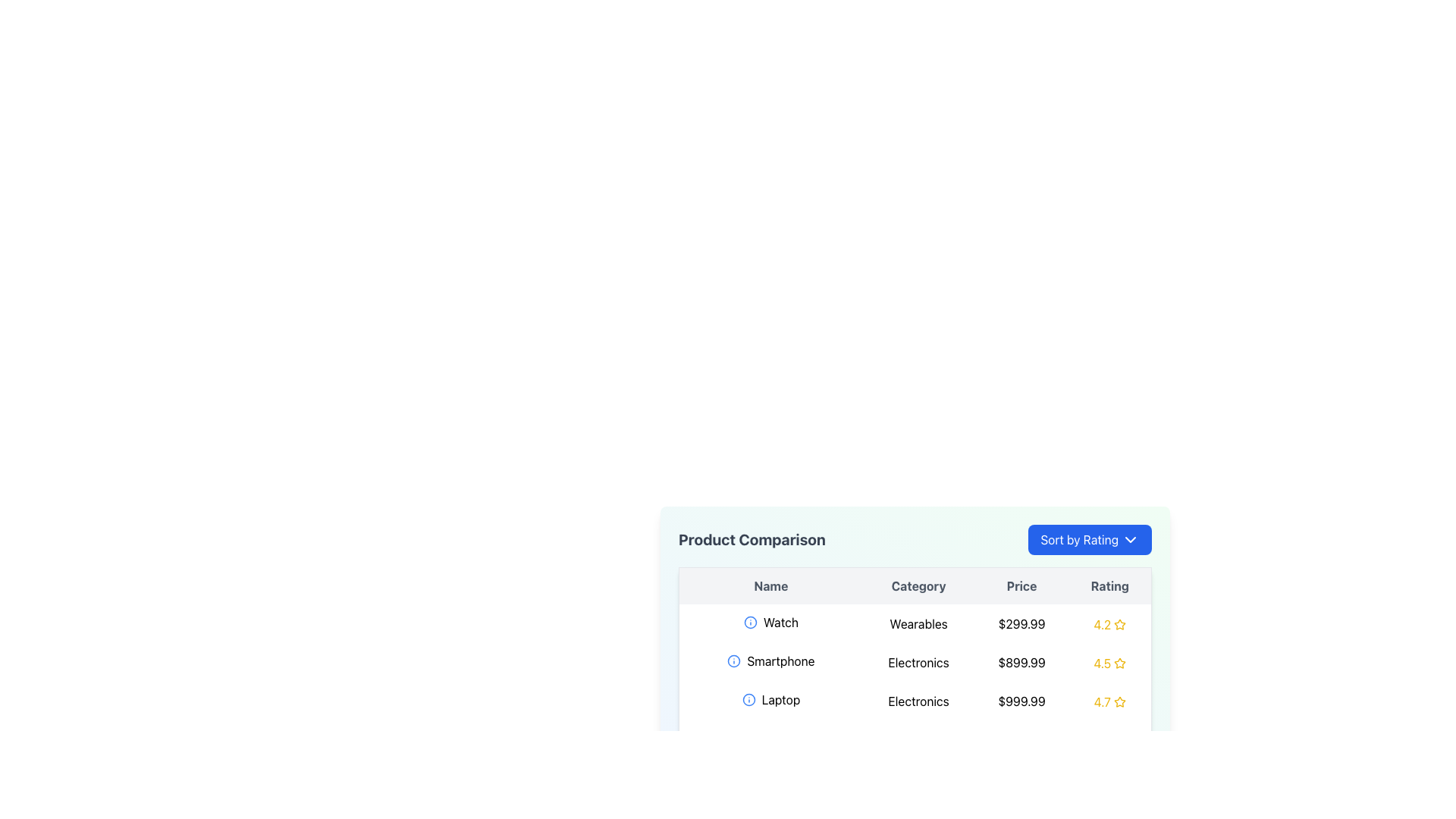 The image size is (1456, 819). What do you see at coordinates (770, 660) in the screenshot?
I see `the Text Label displaying 'Smartphone' located in the second row of the table under the 'Name' column` at bounding box center [770, 660].